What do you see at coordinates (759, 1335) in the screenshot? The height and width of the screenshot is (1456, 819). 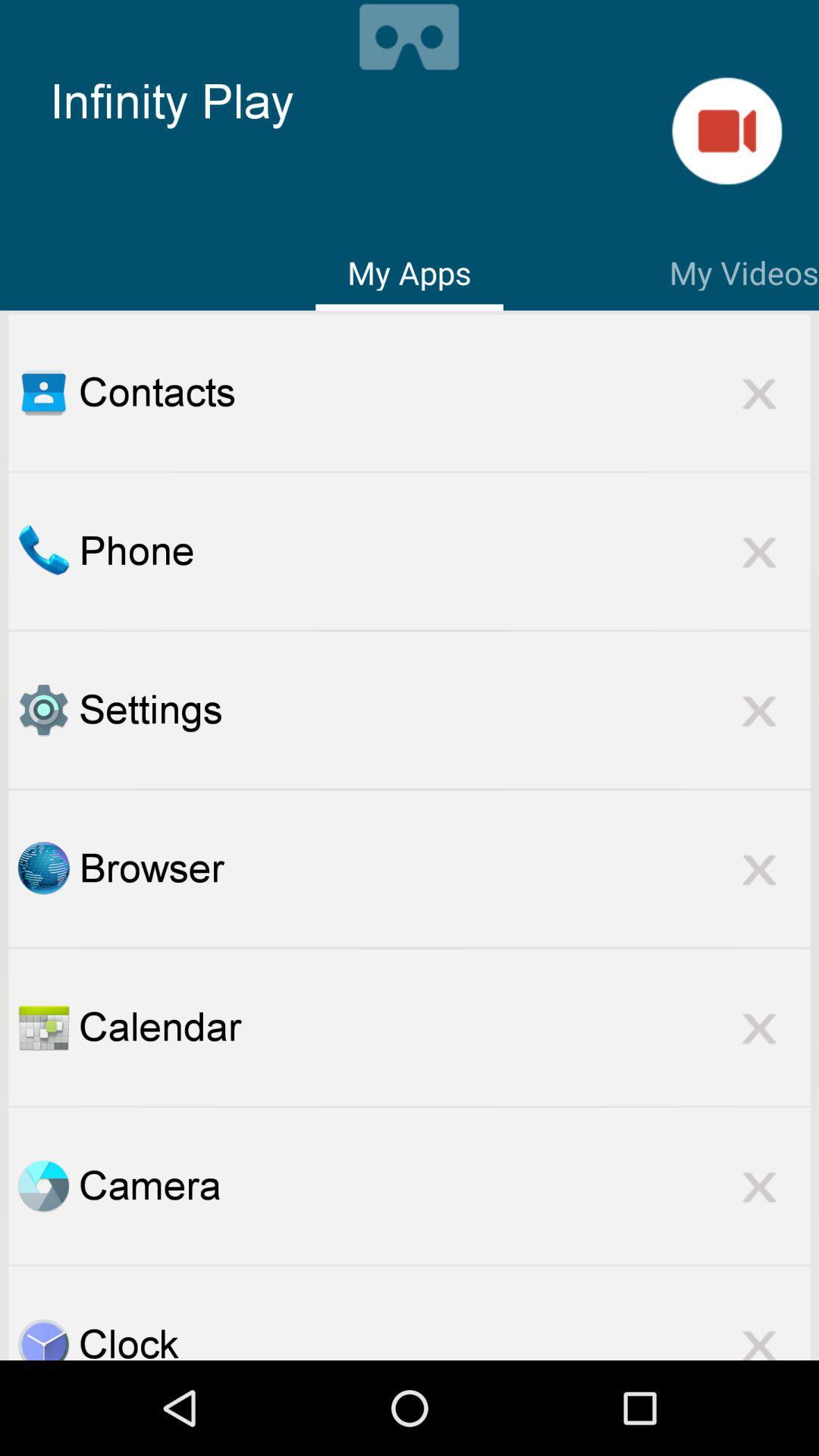 I see `go do coulsed` at bounding box center [759, 1335].